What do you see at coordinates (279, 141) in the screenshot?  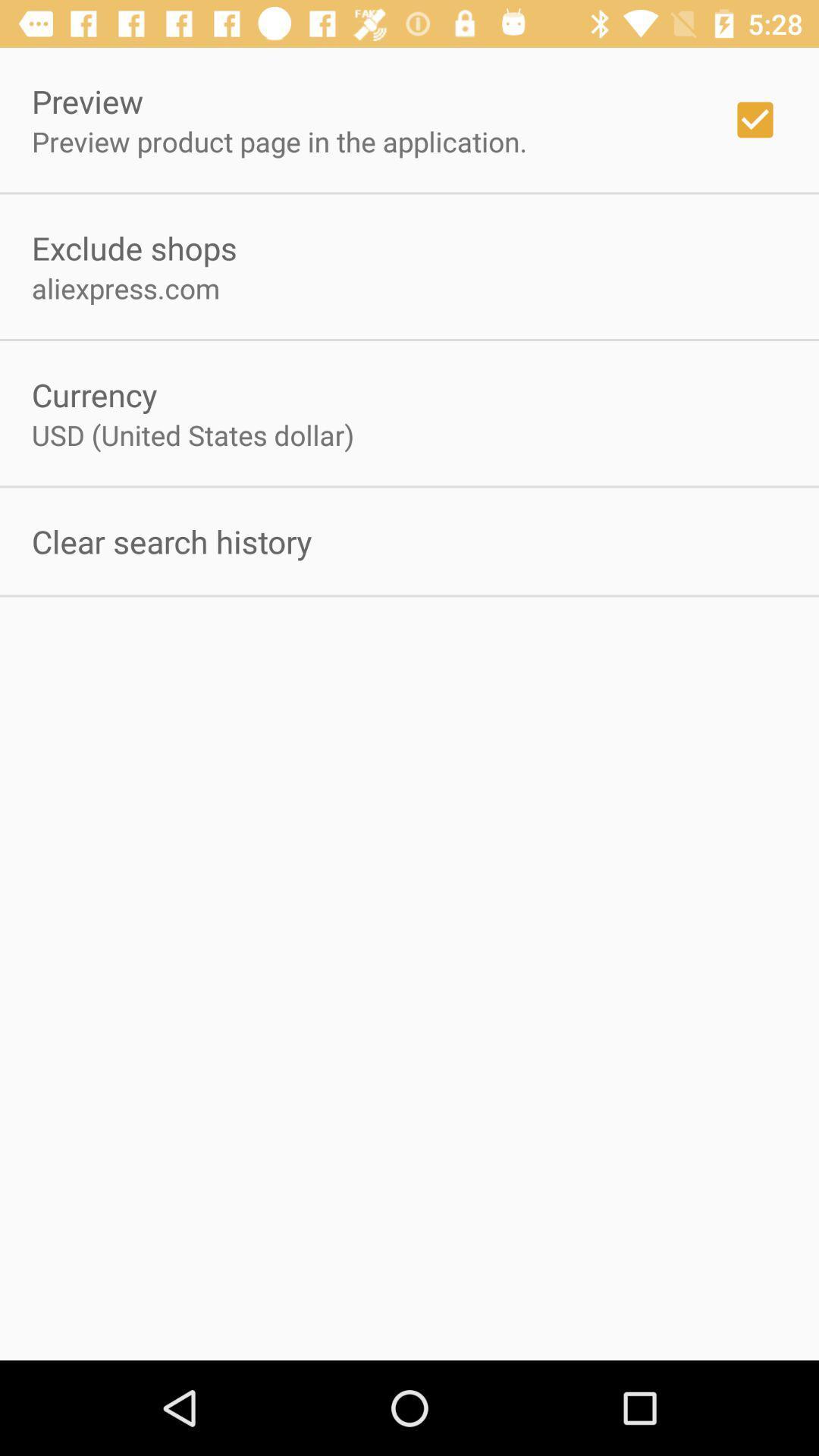 I see `the app above exclude shops app` at bounding box center [279, 141].